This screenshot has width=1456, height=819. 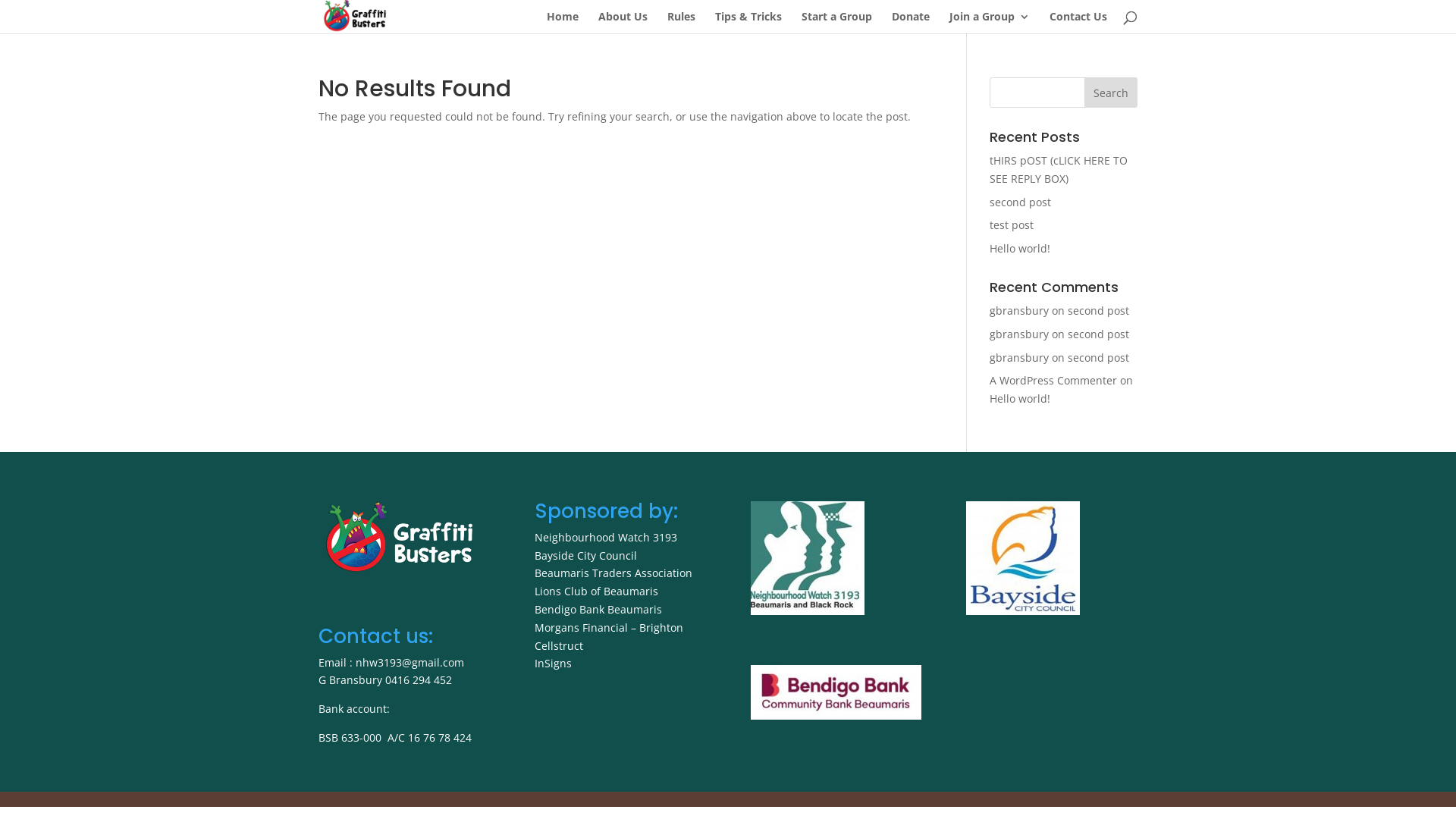 What do you see at coordinates (680, 22) in the screenshot?
I see `'Rules'` at bounding box center [680, 22].